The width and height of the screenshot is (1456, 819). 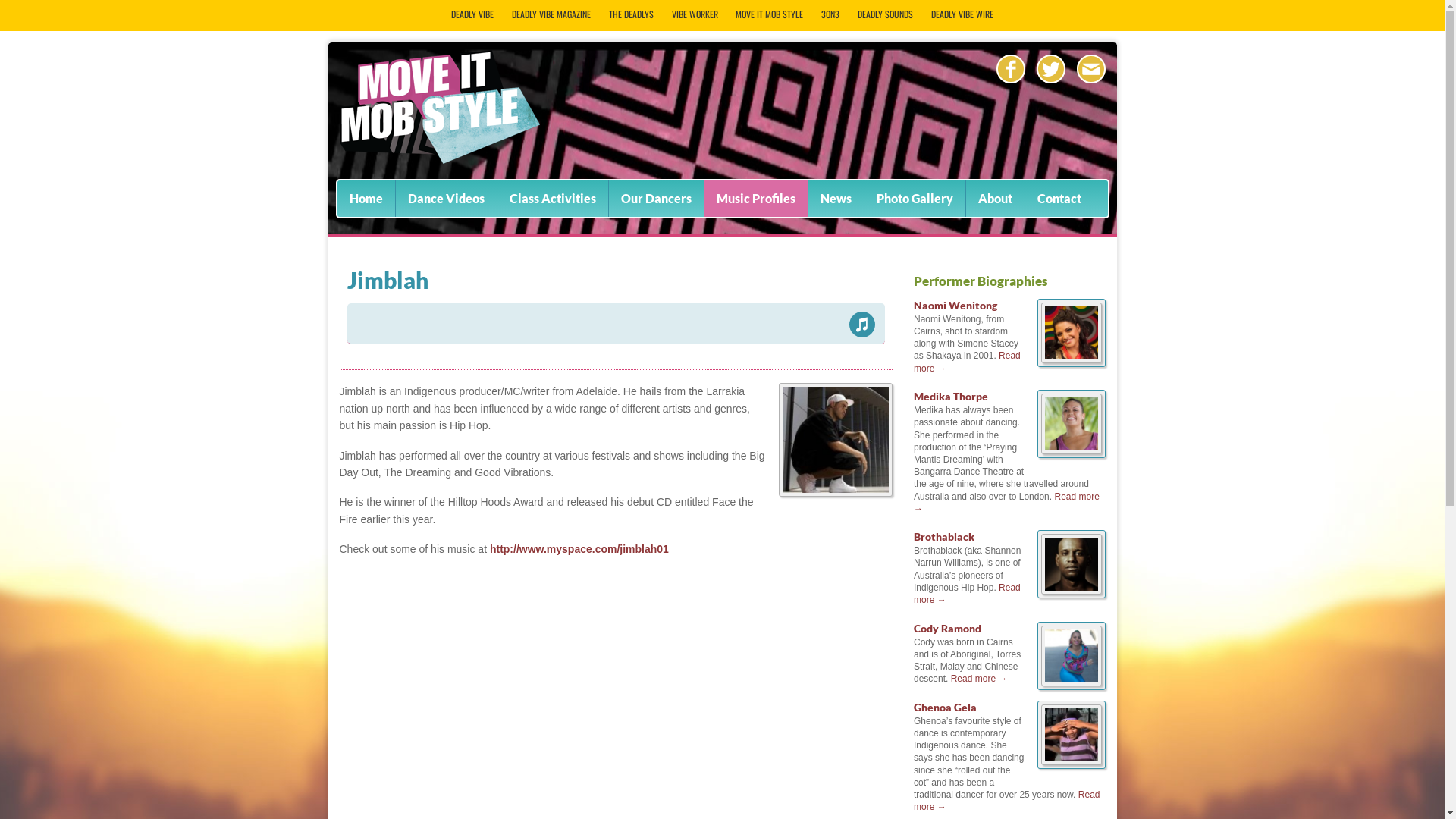 I want to click on 'Medika Thorpe', so click(x=912, y=395).